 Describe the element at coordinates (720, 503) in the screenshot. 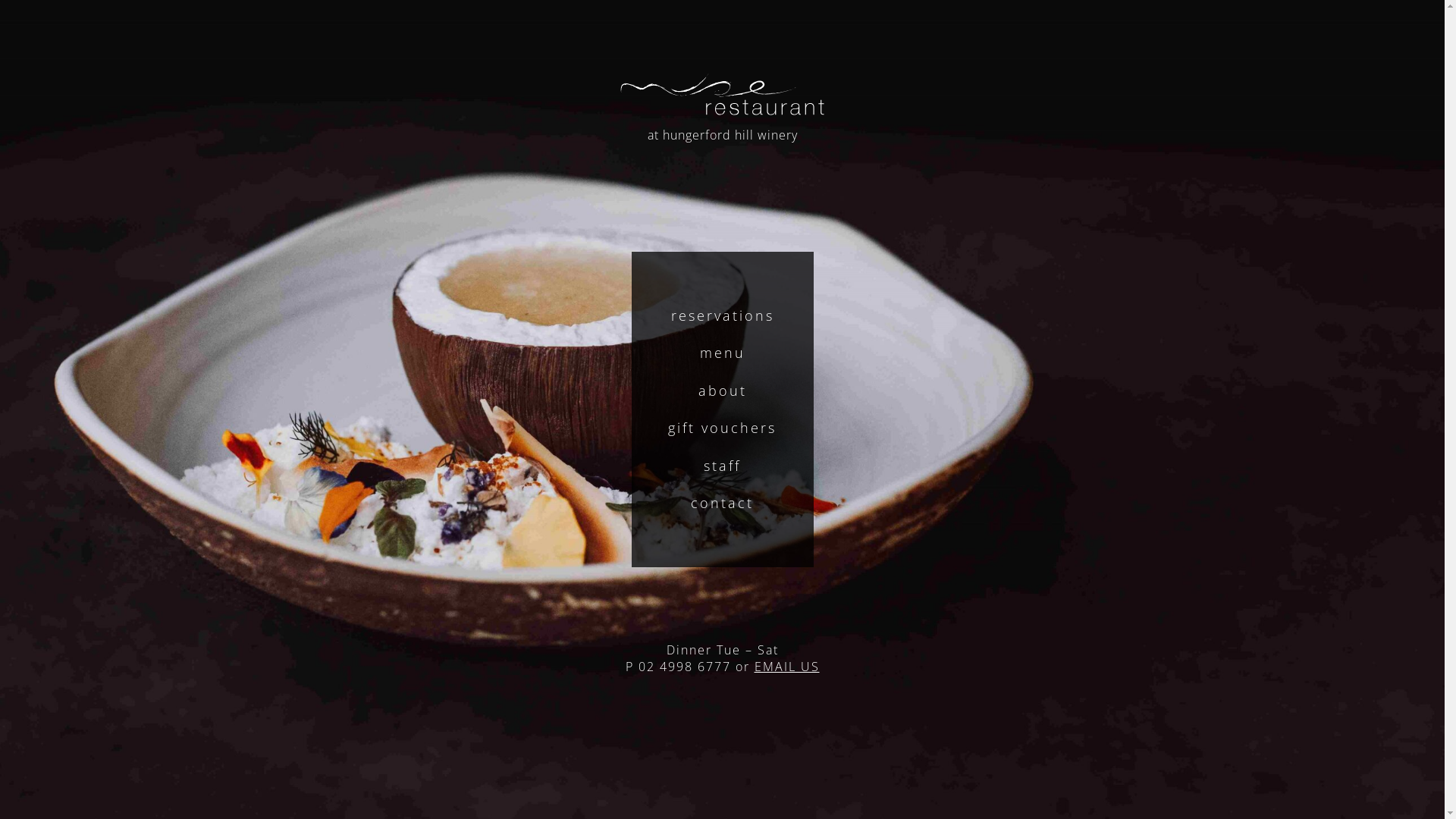

I see `'contact'` at that location.